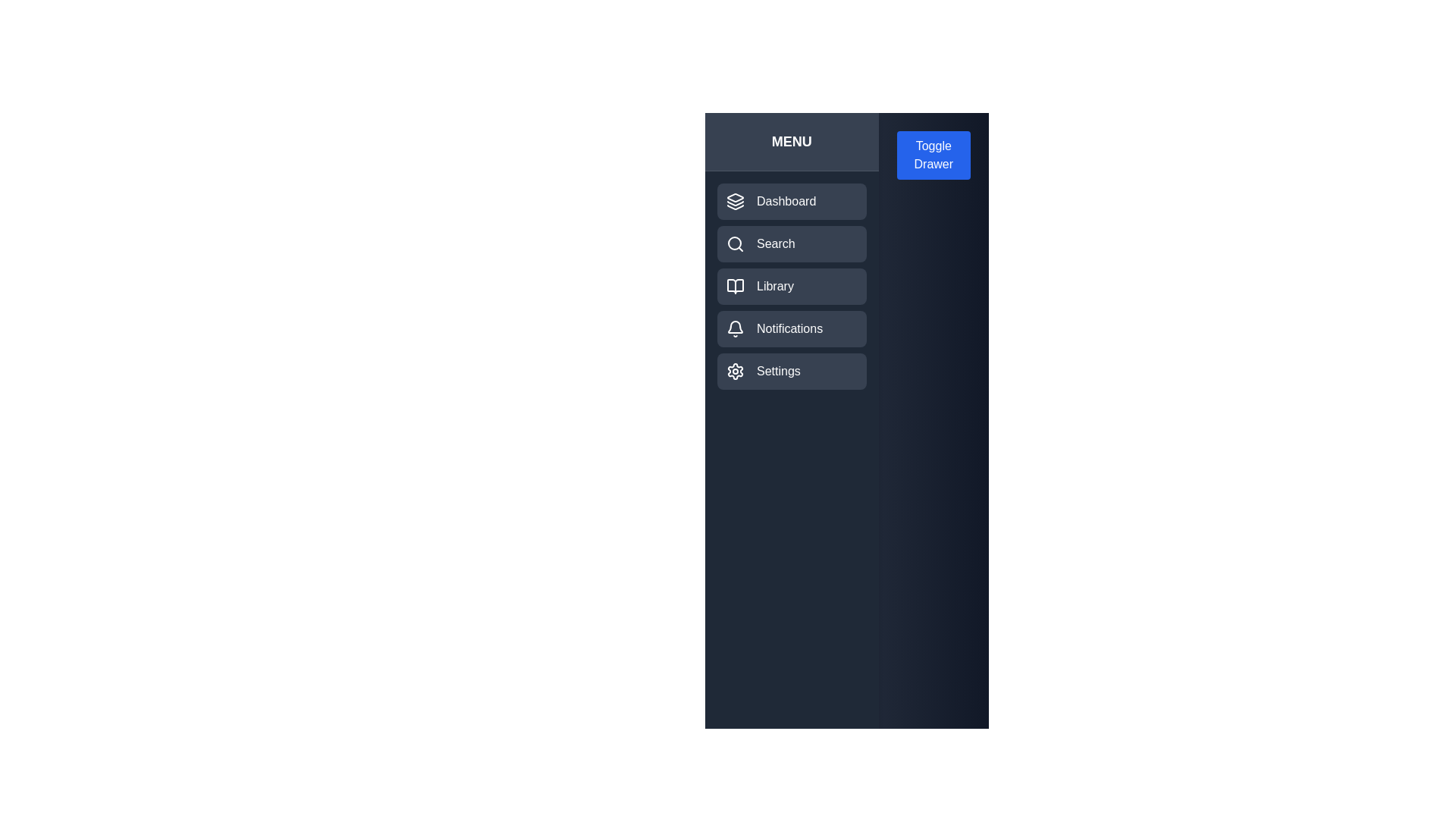  Describe the element at coordinates (790, 328) in the screenshot. I see `the menu item labeled Notifications` at that location.